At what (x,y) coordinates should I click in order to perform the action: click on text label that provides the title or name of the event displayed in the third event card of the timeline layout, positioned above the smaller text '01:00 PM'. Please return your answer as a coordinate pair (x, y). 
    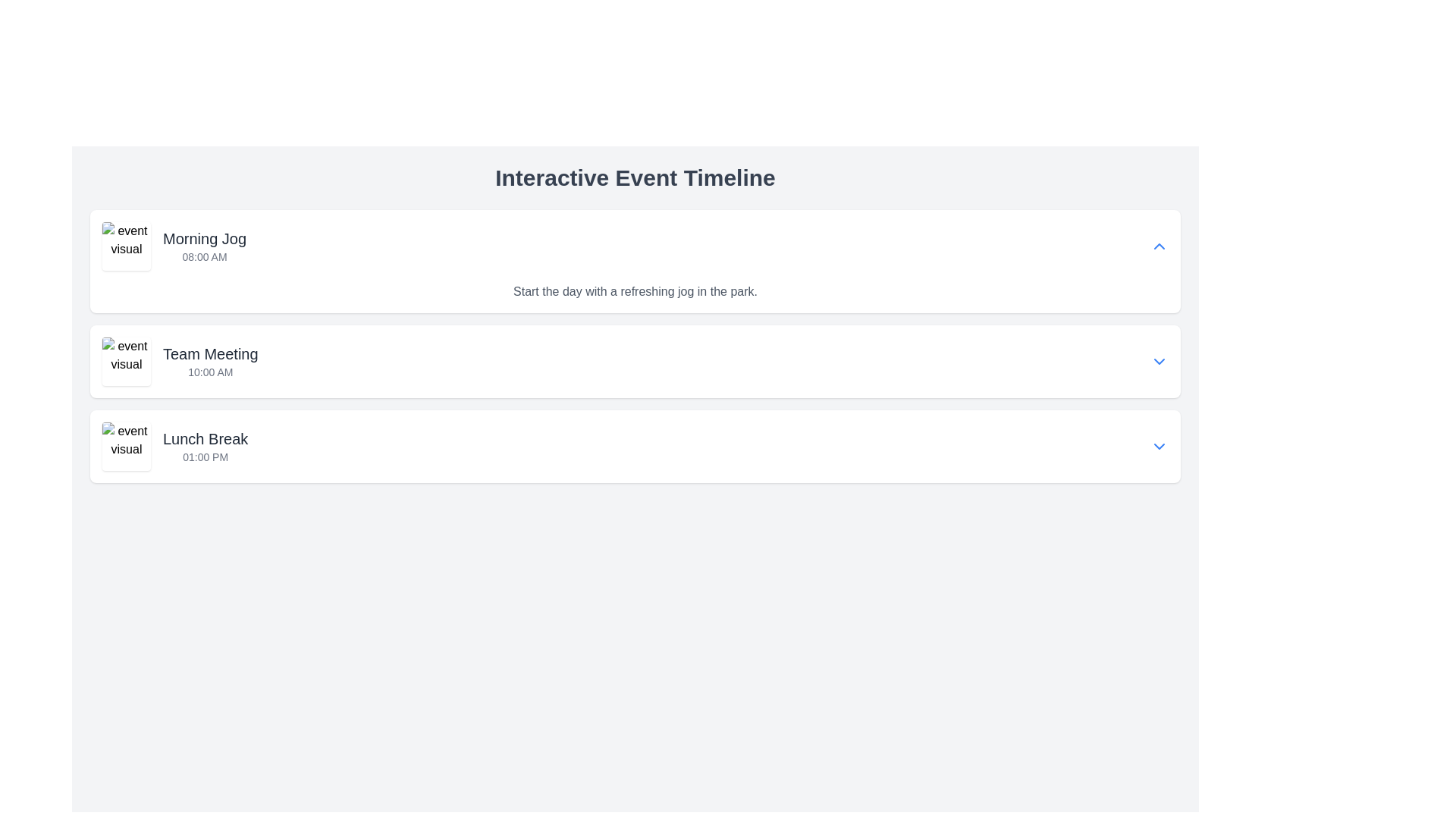
    Looking at the image, I should click on (205, 438).